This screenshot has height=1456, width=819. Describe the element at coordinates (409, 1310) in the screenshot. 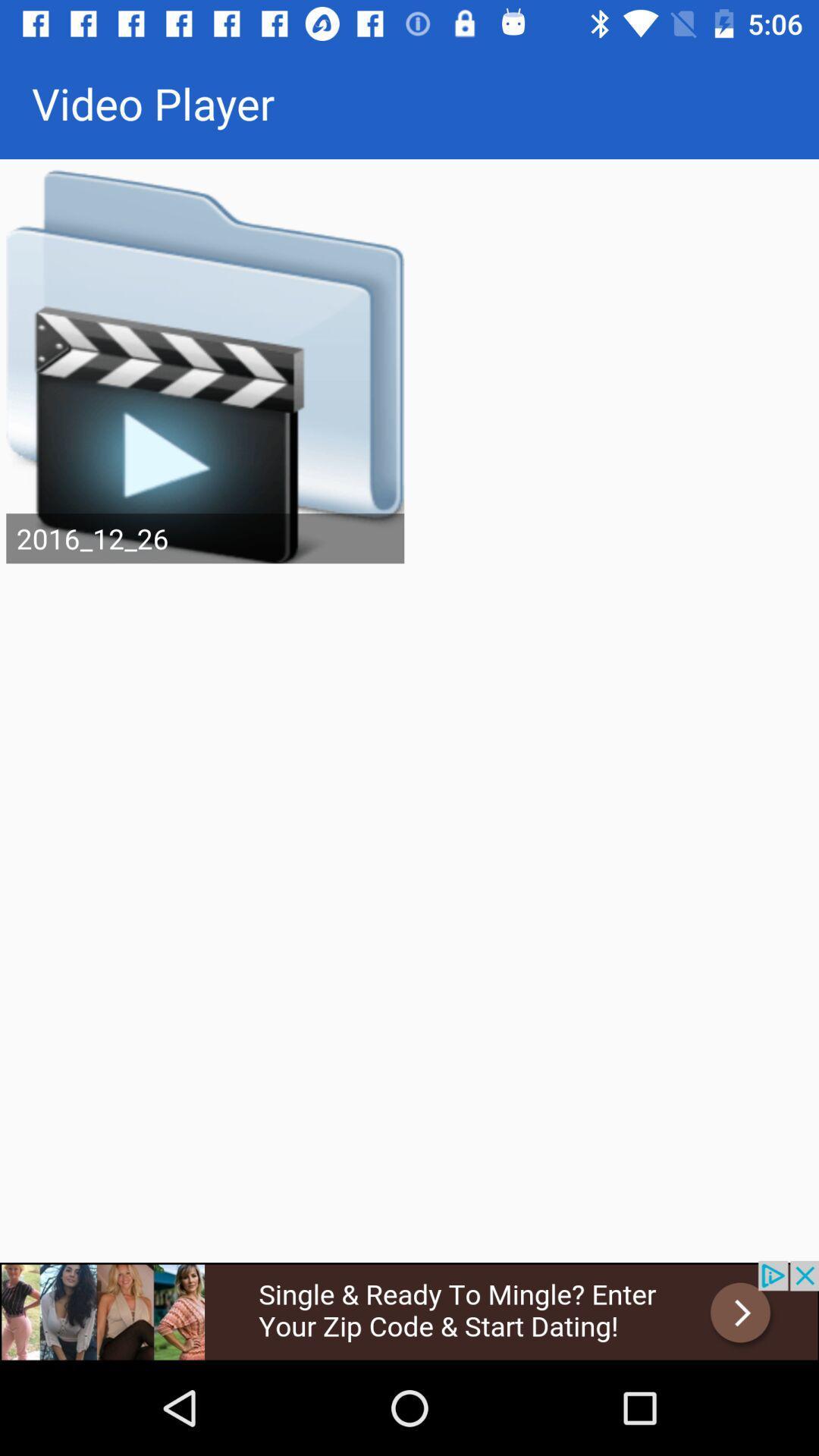

I see `open advertisements website` at that location.